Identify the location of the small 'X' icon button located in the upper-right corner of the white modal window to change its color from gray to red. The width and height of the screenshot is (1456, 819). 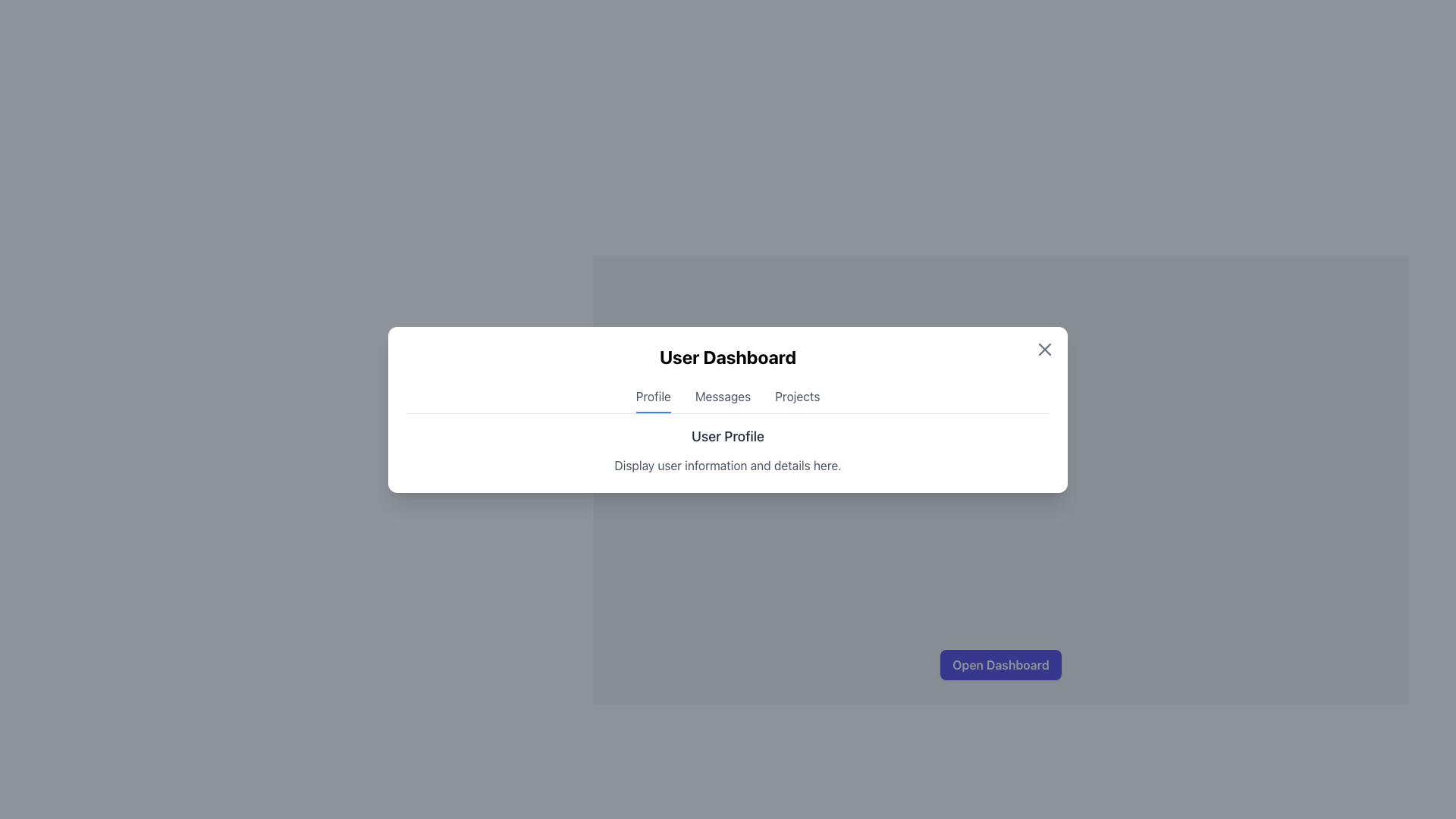
(1043, 349).